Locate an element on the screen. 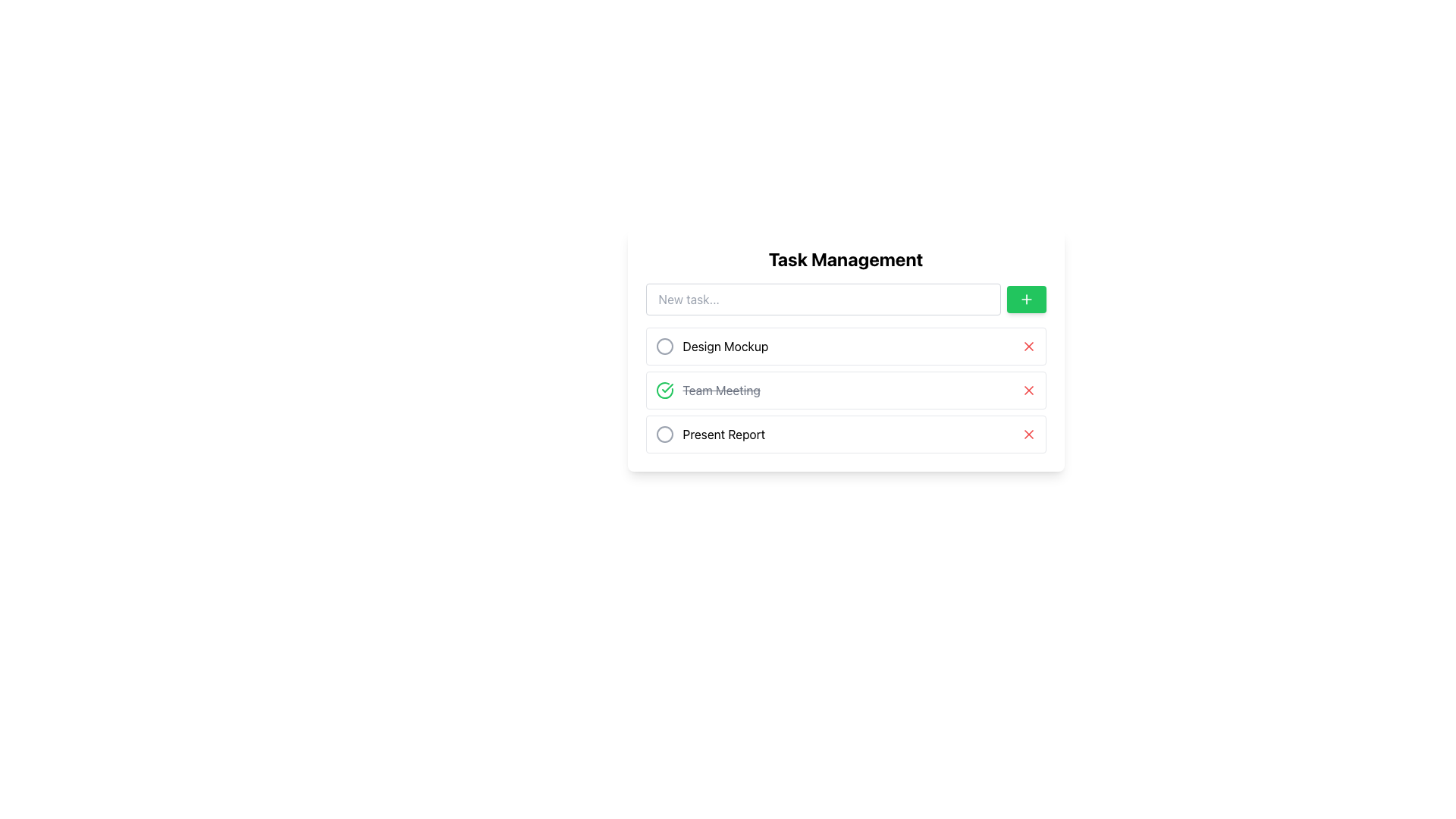  the checkbox next to the 'Team Meeting' task in the Task List to mark it as completed is located at coordinates (845, 390).